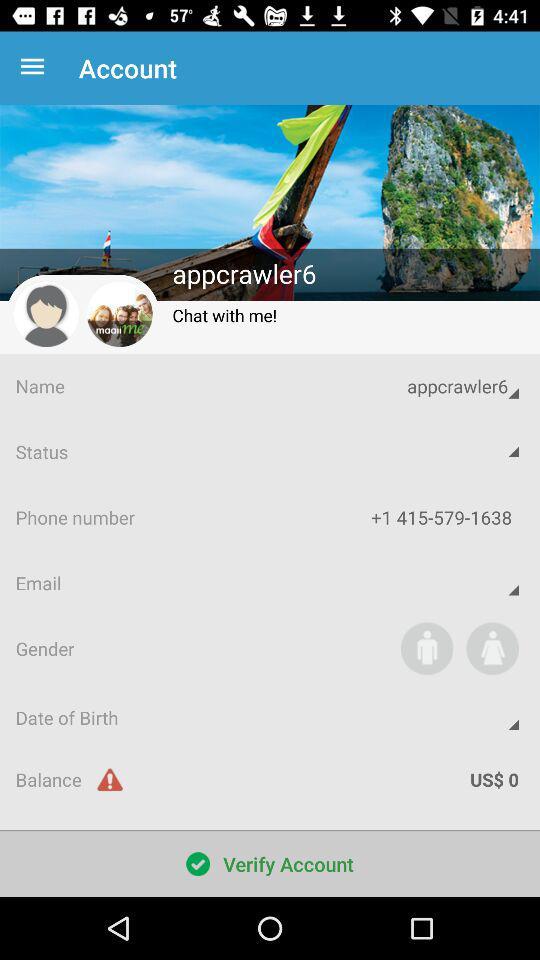 This screenshot has height=960, width=540. What do you see at coordinates (426, 647) in the screenshot?
I see `the app below the email` at bounding box center [426, 647].